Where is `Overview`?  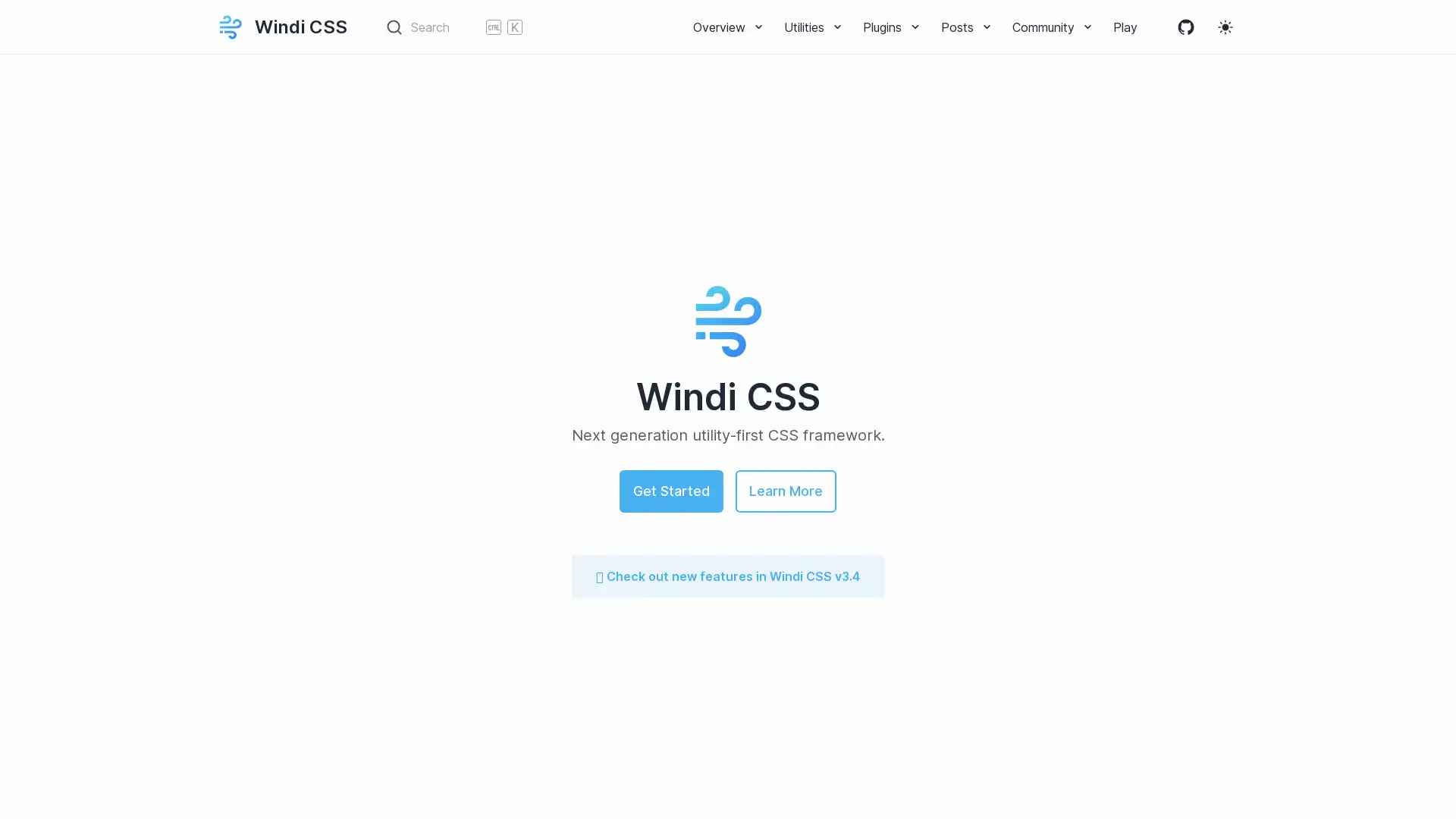
Overview is located at coordinates (729, 26).